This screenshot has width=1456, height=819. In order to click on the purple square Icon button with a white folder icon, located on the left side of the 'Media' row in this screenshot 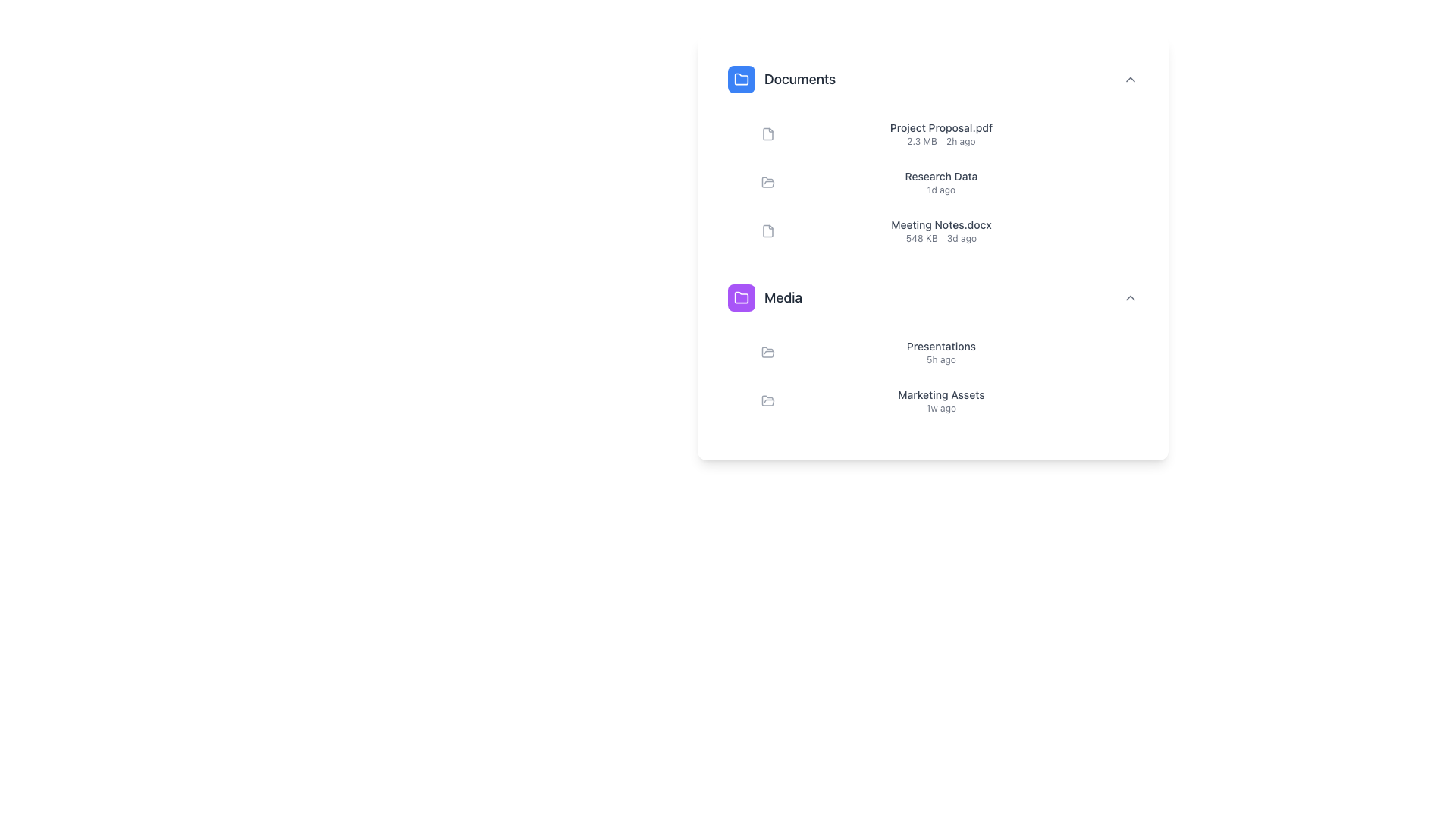, I will do `click(742, 298)`.